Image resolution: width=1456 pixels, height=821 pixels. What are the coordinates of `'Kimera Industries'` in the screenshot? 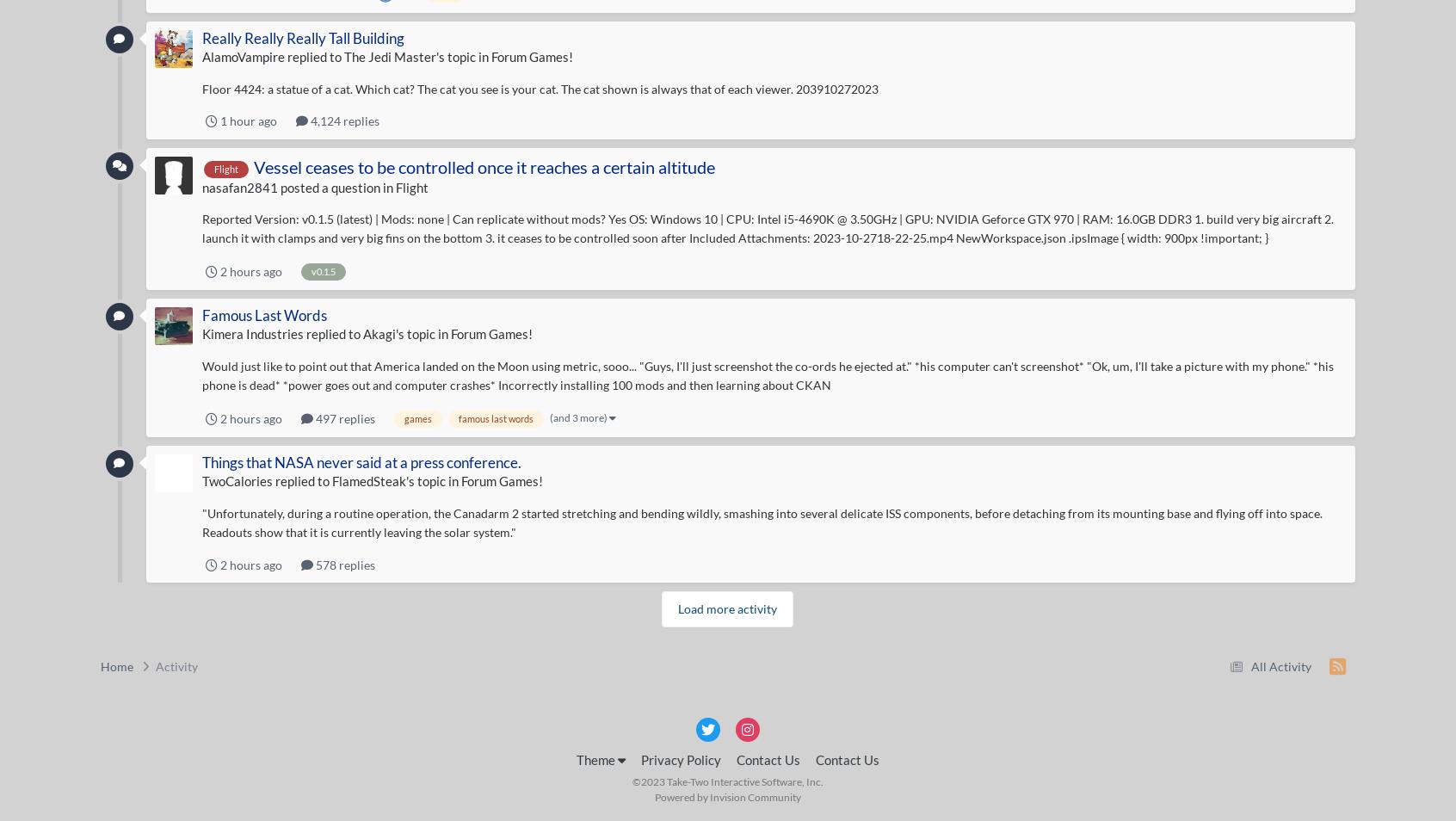 It's located at (251, 333).